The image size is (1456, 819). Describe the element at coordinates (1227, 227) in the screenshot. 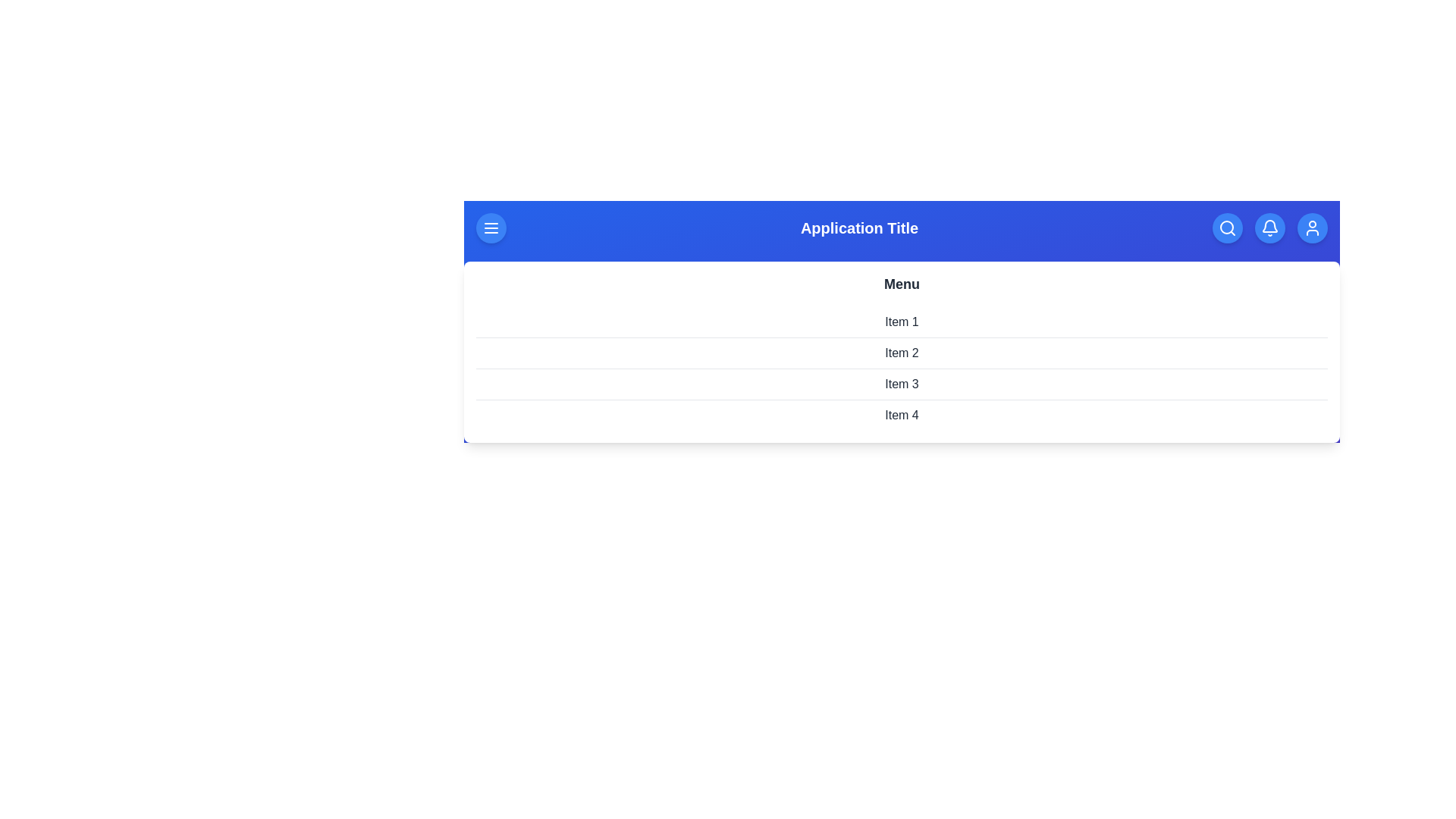

I see `the search button to activate the search functionality` at that location.